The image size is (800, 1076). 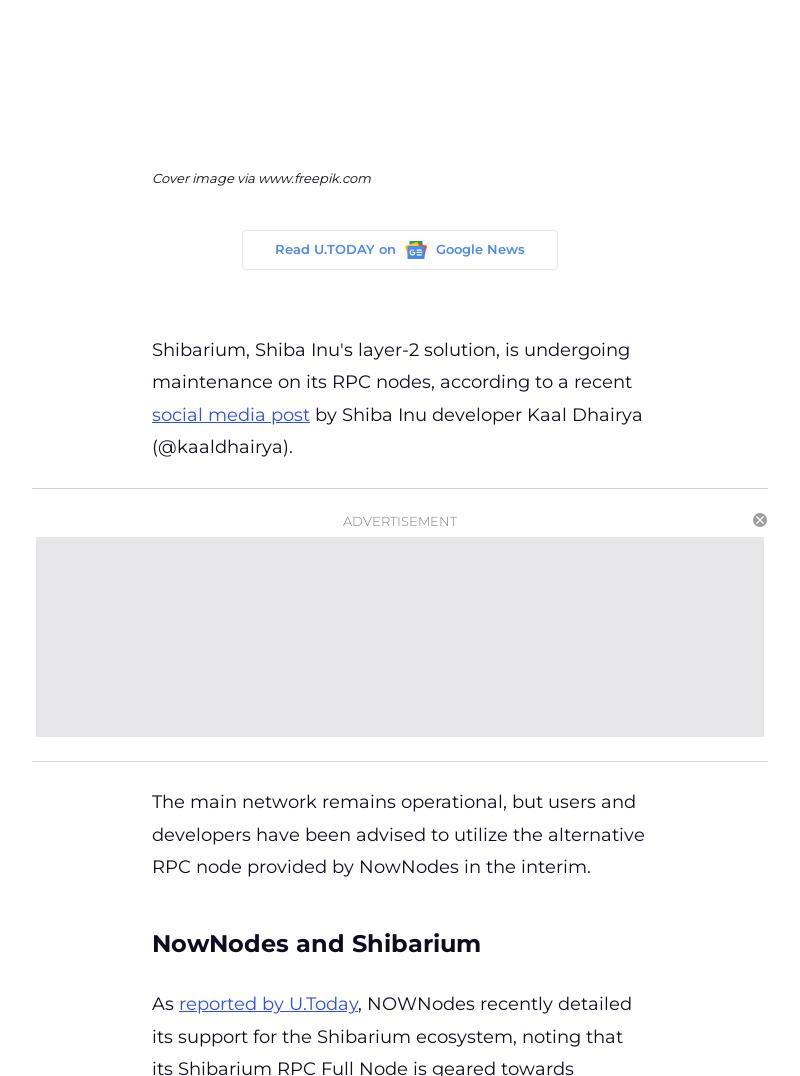 What do you see at coordinates (152, 1003) in the screenshot?
I see `'As'` at bounding box center [152, 1003].